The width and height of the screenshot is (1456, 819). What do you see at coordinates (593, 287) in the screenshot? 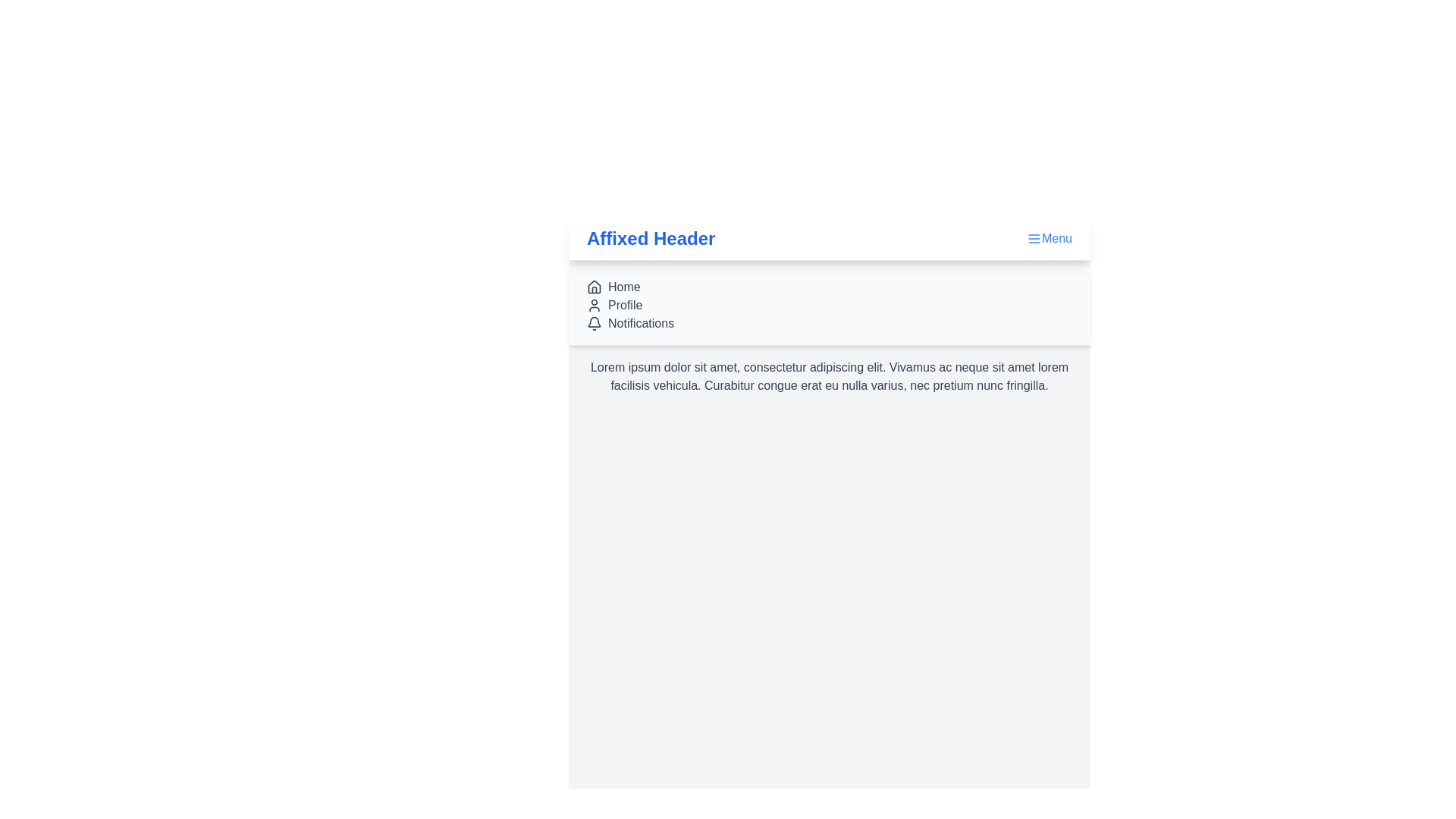
I see `the minimalist house icon located to the left of the 'Home' label` at bounding box center [593, 287].